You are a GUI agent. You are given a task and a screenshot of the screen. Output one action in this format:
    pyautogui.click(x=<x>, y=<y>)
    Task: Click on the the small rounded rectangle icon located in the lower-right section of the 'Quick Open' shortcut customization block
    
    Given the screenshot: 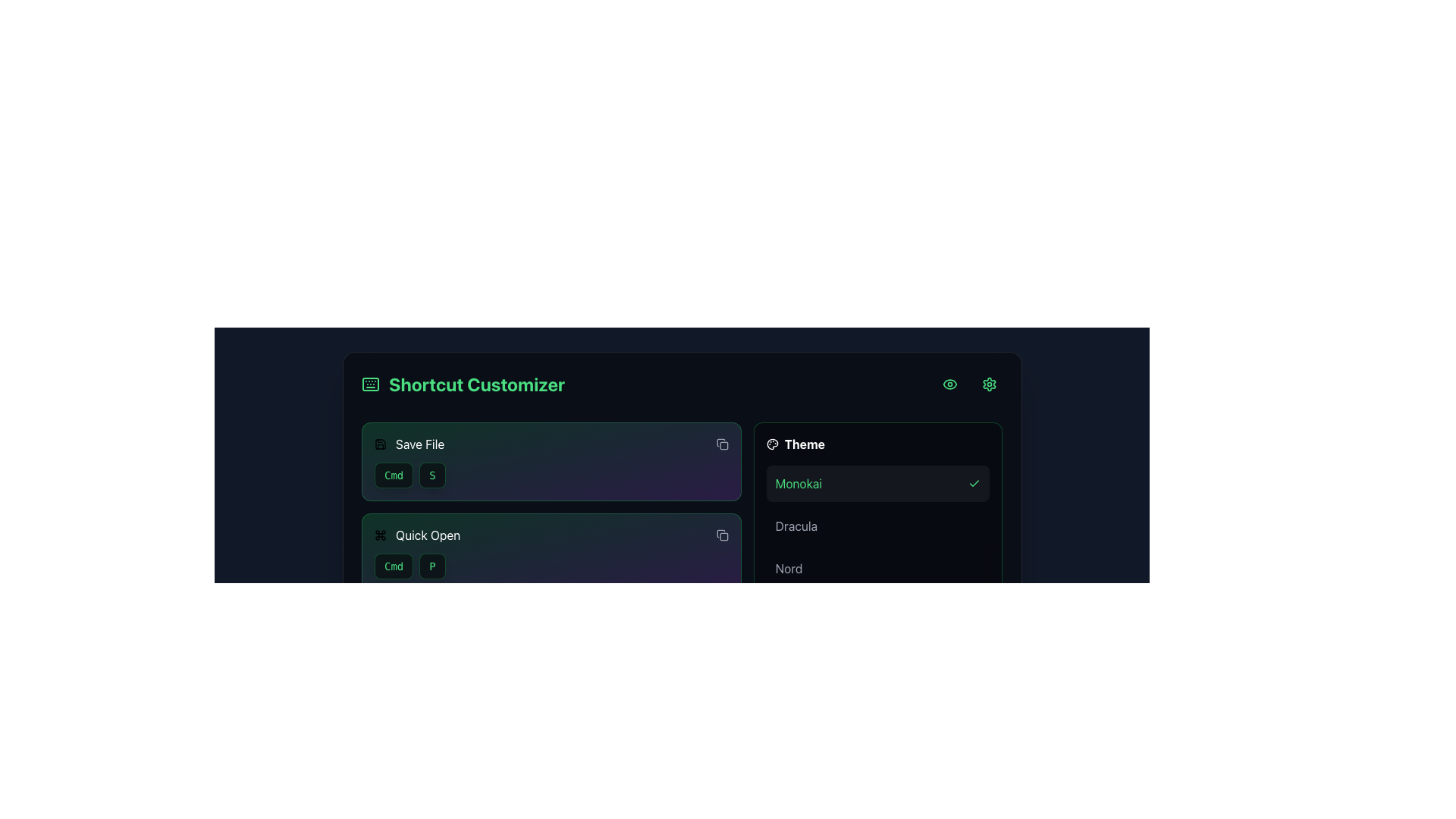 What is the action you would take?
    pyautogui.click(x=723, y=536)
    